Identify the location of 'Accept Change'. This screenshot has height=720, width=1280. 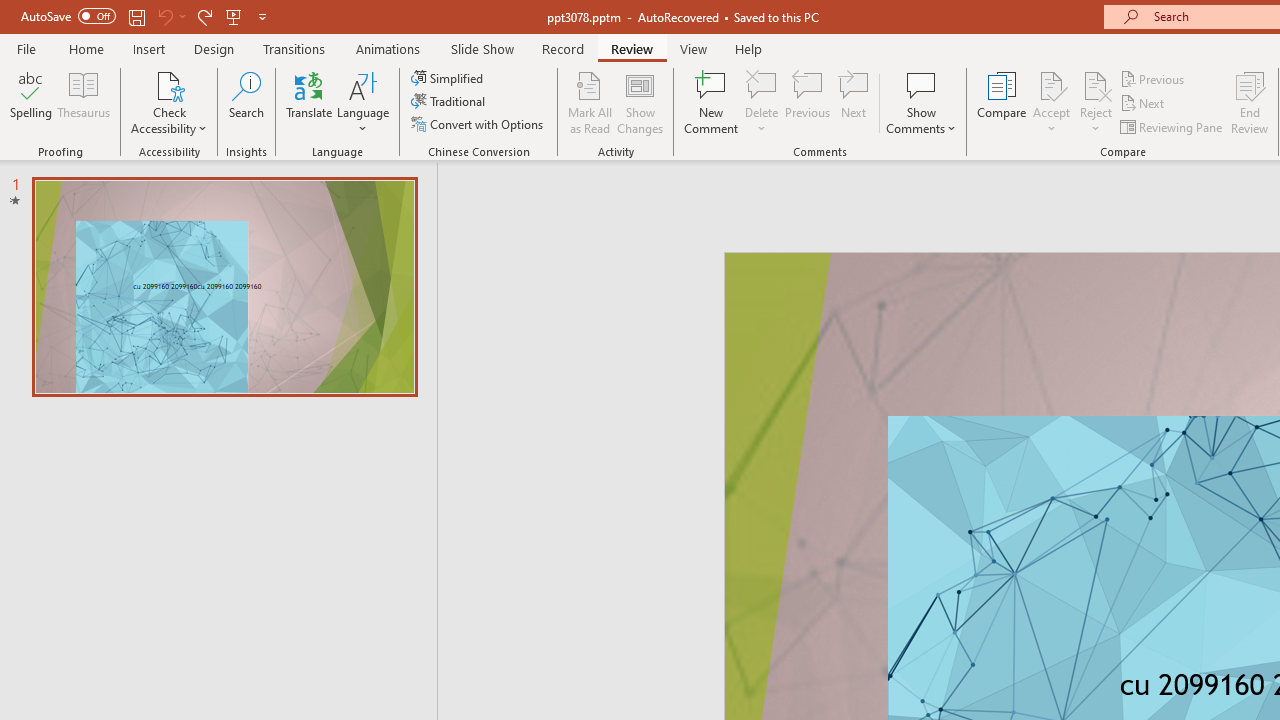
(1050, 84).